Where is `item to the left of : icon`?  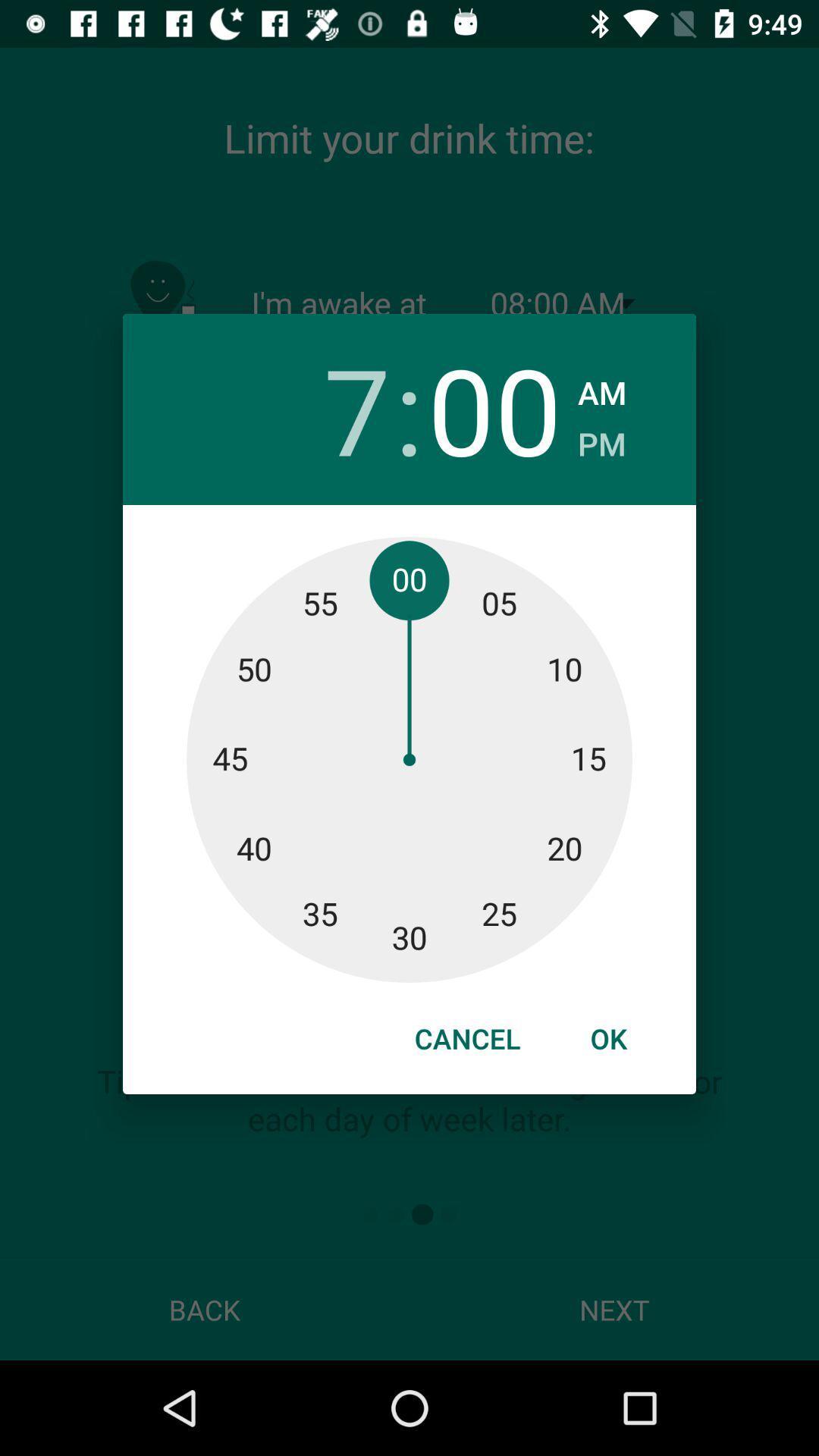 item to the left of : icon is located at coordinates (322, 409).